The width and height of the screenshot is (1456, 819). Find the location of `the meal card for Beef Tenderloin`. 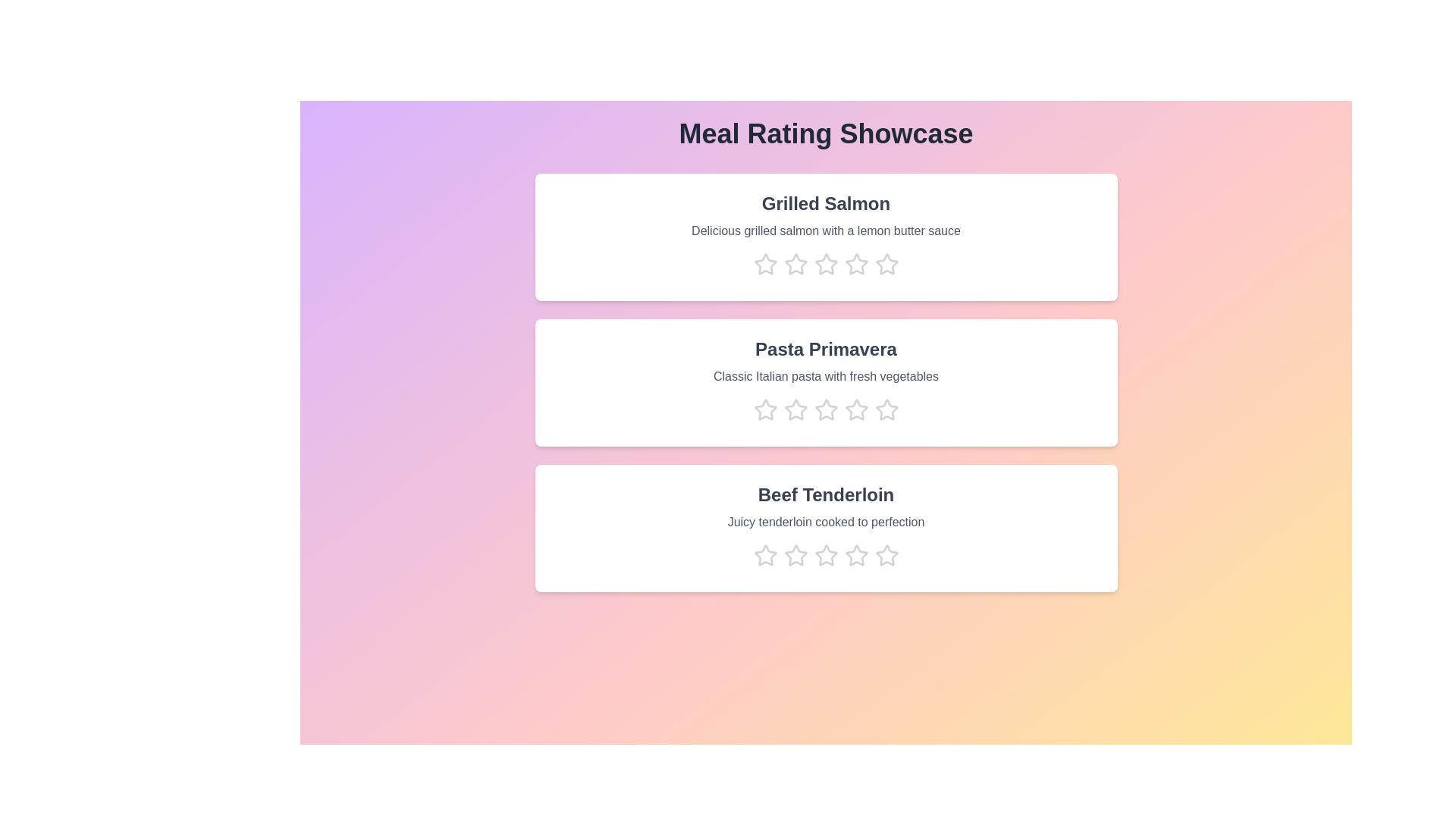

the meal card for Beef Tenderloin is located at coordinates (825, 528).